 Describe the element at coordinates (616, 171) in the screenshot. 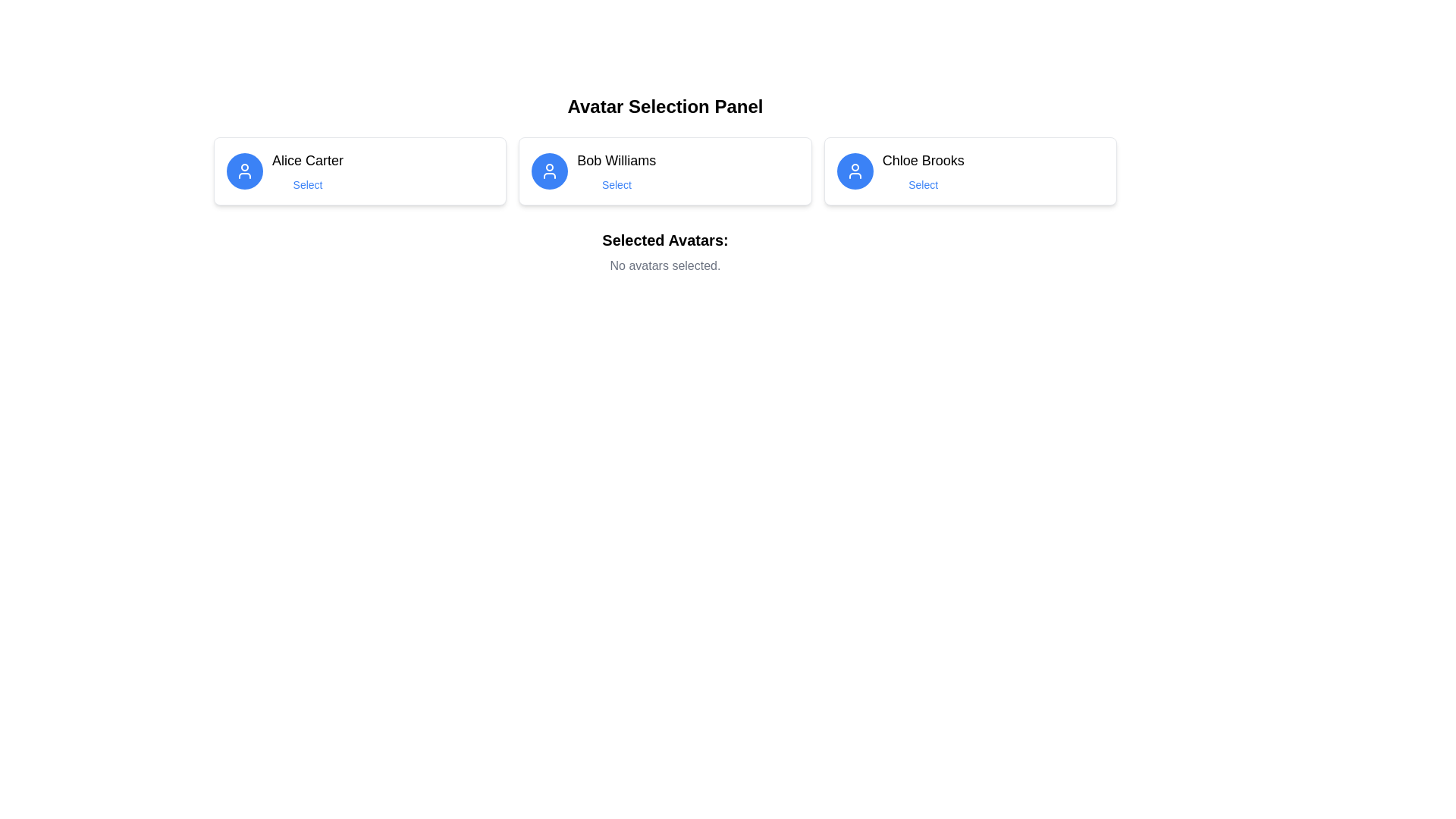

I see `the 'Select' hyperlink associated with the label 'Bob Williams'` at that location.